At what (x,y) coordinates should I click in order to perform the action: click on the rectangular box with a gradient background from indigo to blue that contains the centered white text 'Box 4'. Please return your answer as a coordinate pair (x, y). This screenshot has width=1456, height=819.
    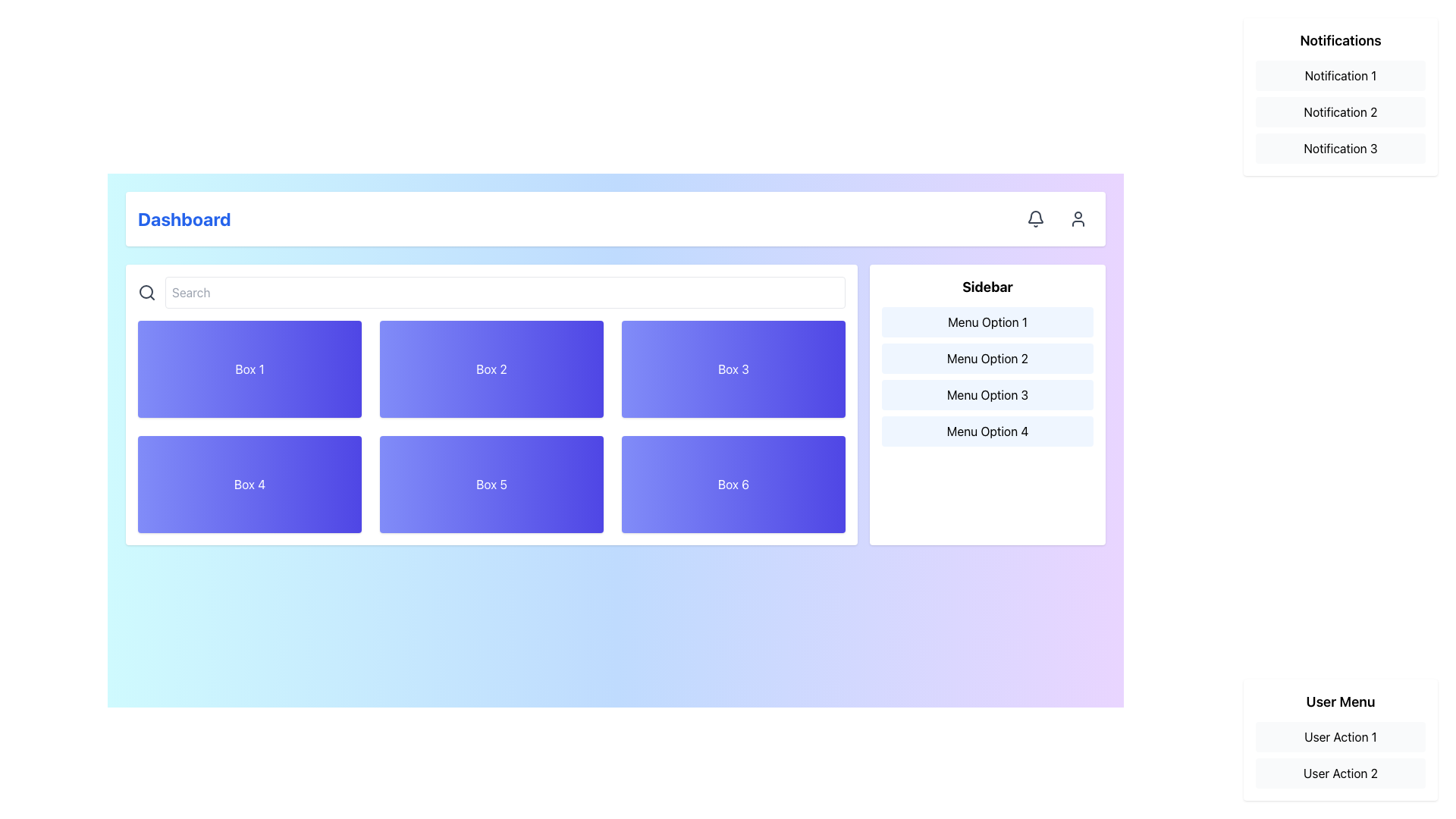
    Looking at the image, I should click on (249, 485).